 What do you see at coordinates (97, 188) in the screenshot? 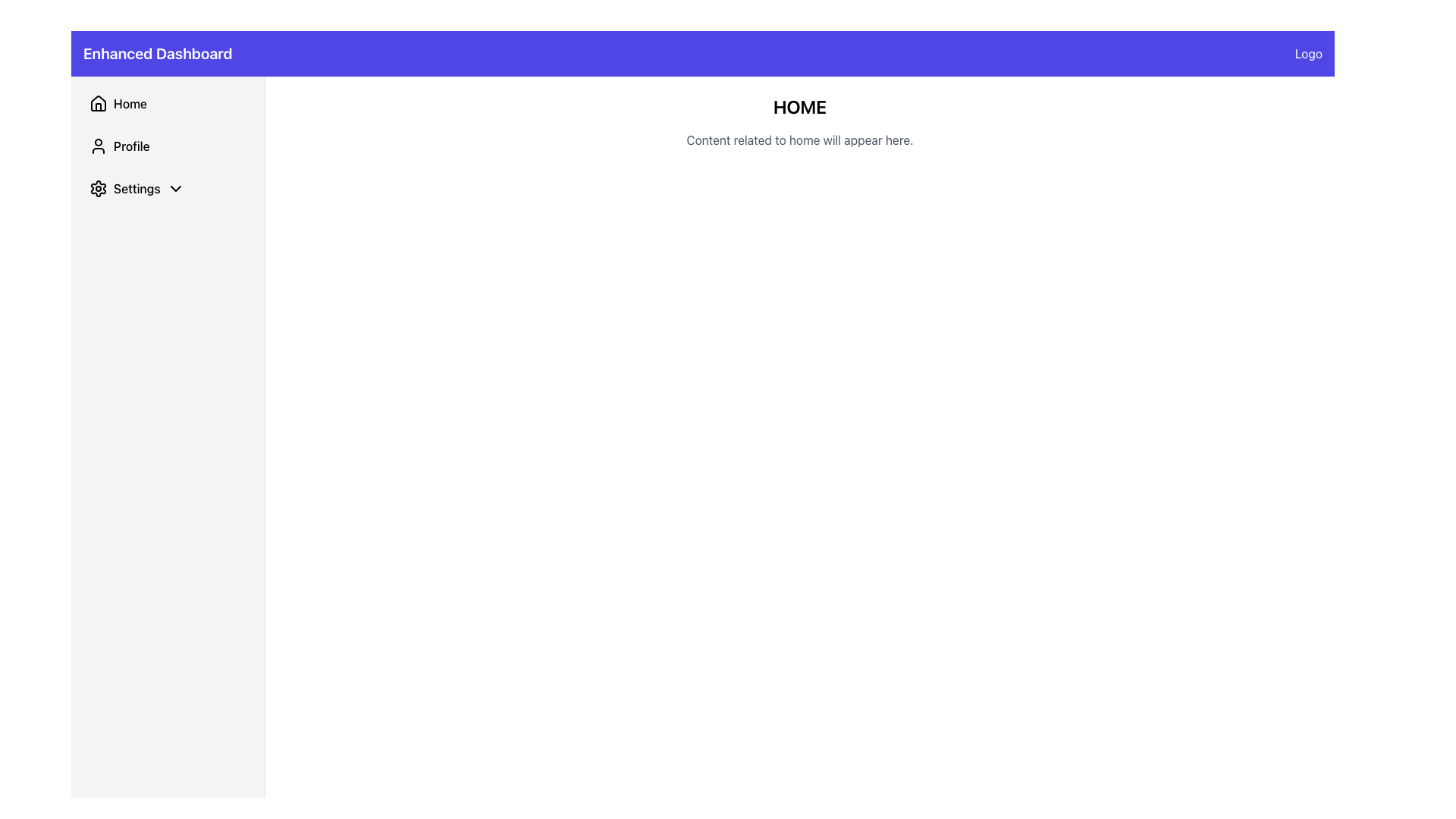
I see `the gear icon in the sidebar menu that represents the 'Settings' option, located below 'Profile'` at bounding box center [97, 188].